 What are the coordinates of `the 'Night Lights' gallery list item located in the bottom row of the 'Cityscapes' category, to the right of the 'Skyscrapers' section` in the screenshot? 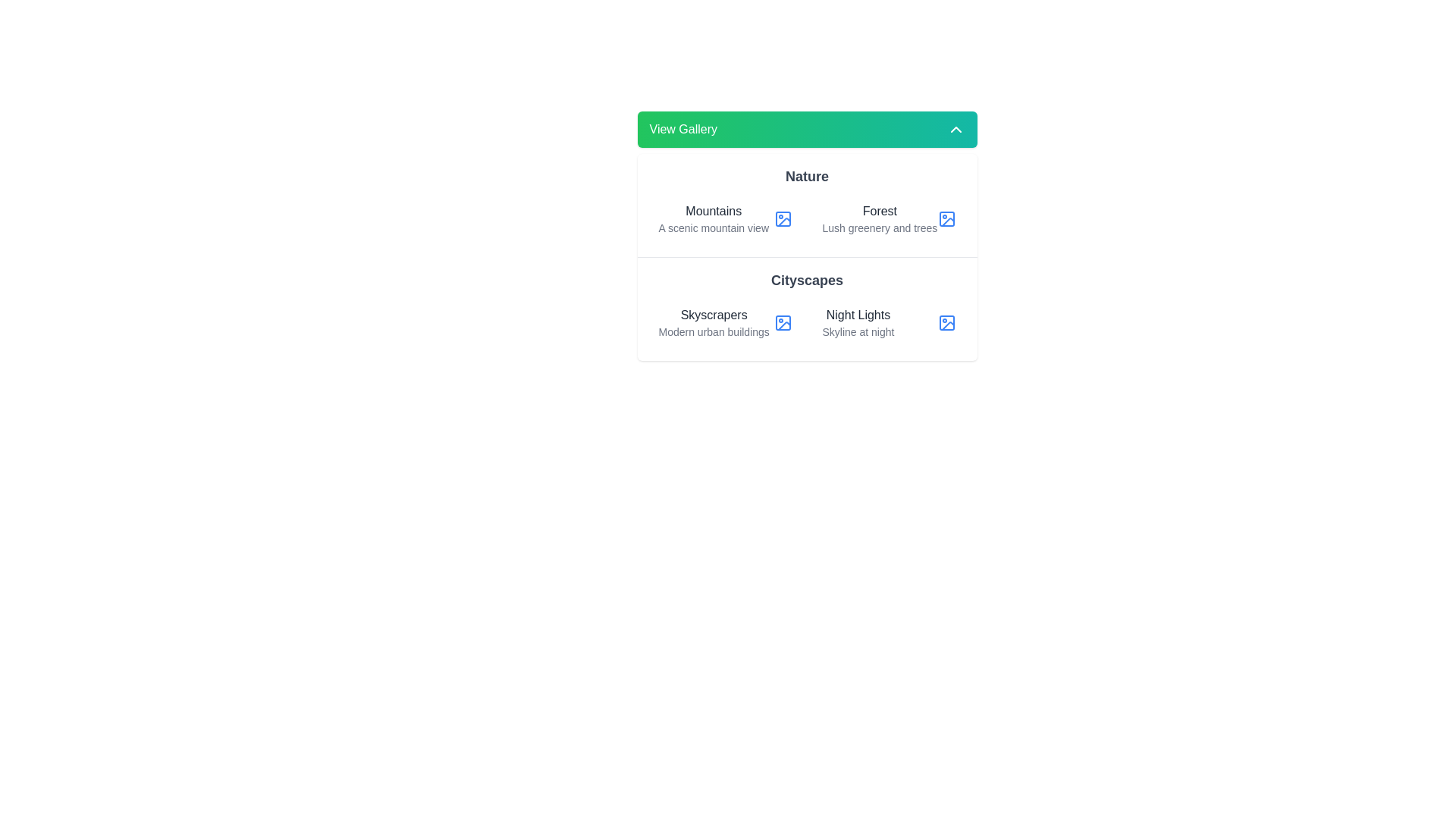 It's located at (889, 322).